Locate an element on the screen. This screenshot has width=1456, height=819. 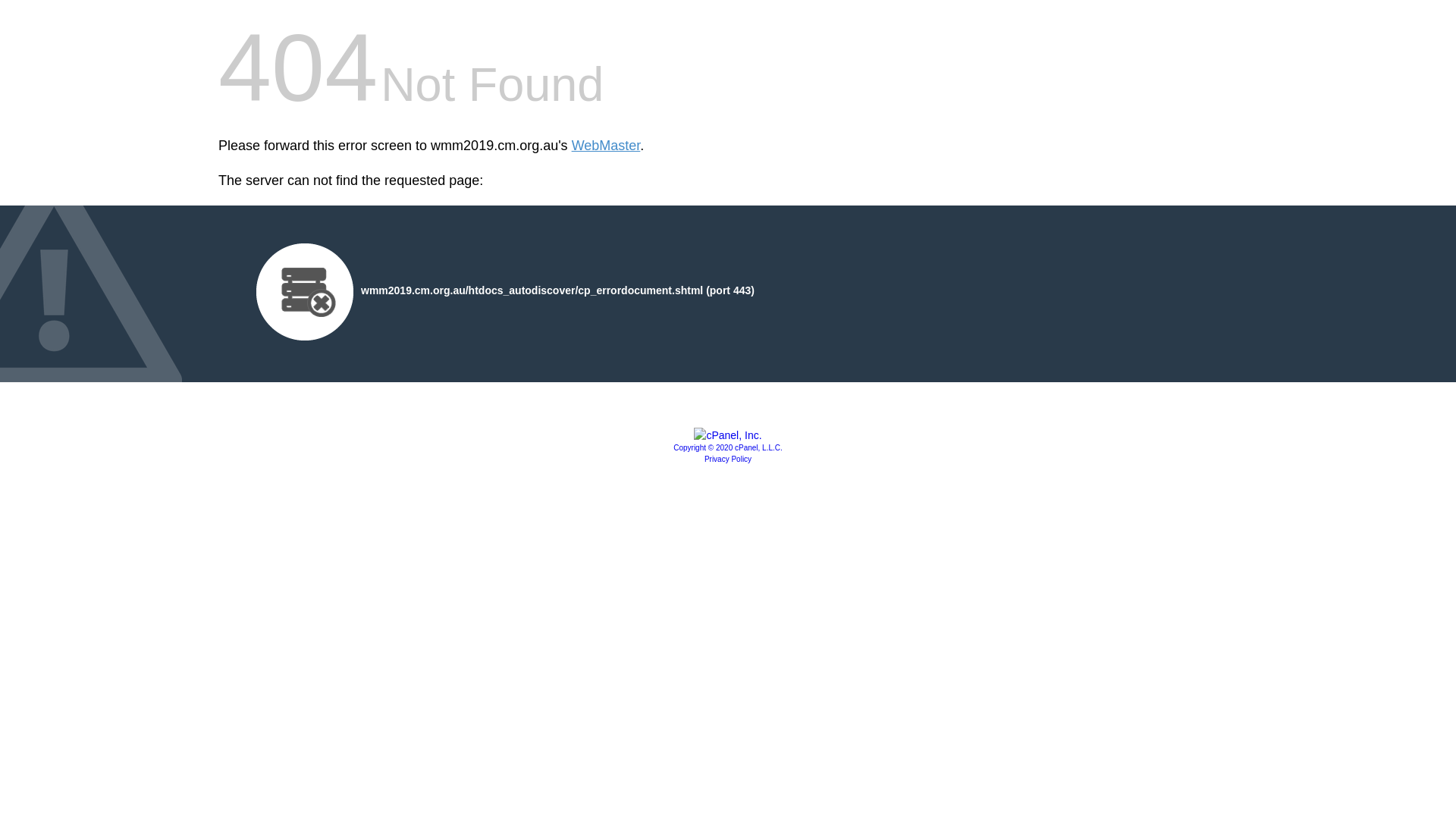
'WebMaster' is located at coordinates (605, 146).